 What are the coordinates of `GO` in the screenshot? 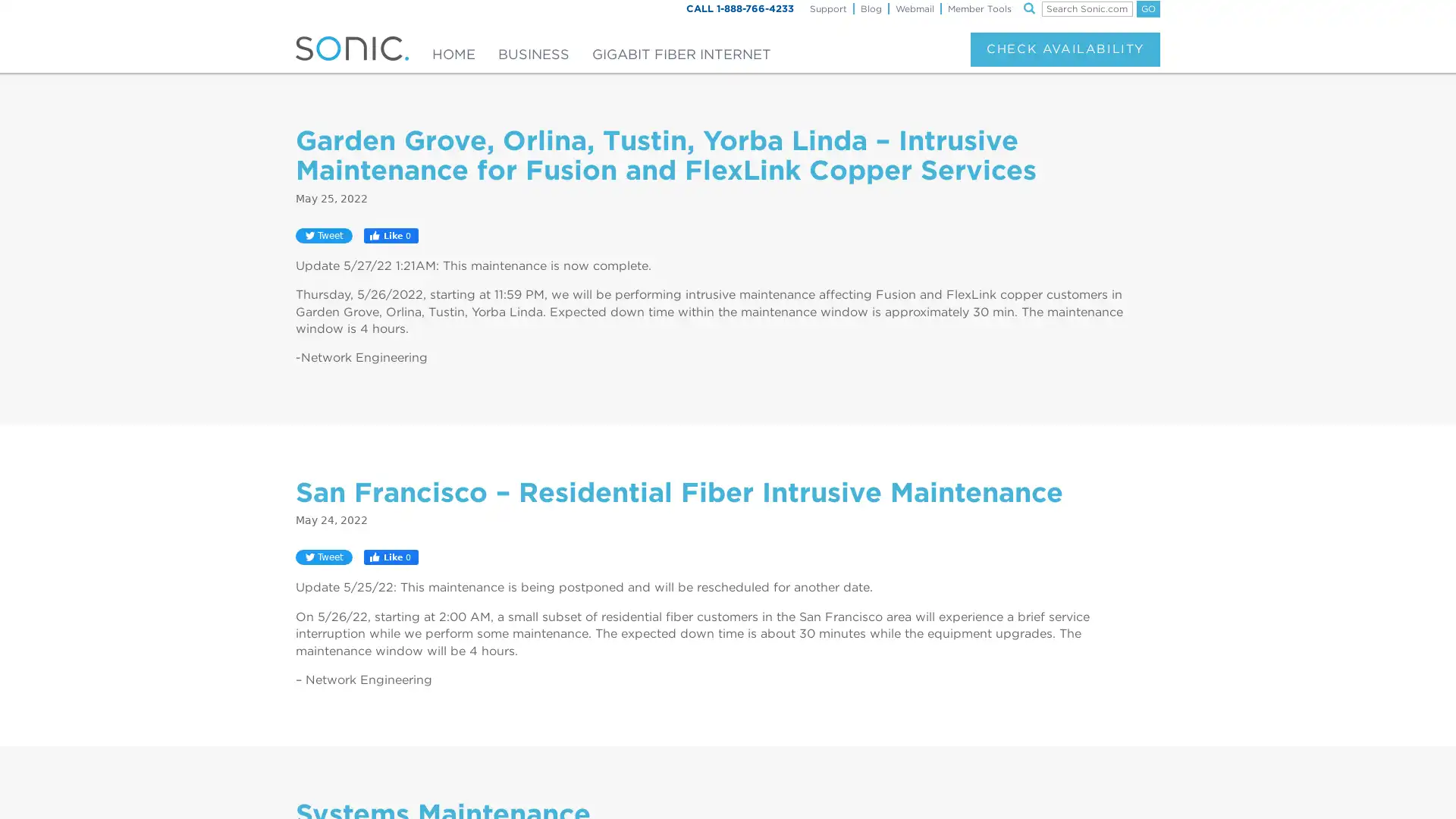 It's located at (1148, 8).